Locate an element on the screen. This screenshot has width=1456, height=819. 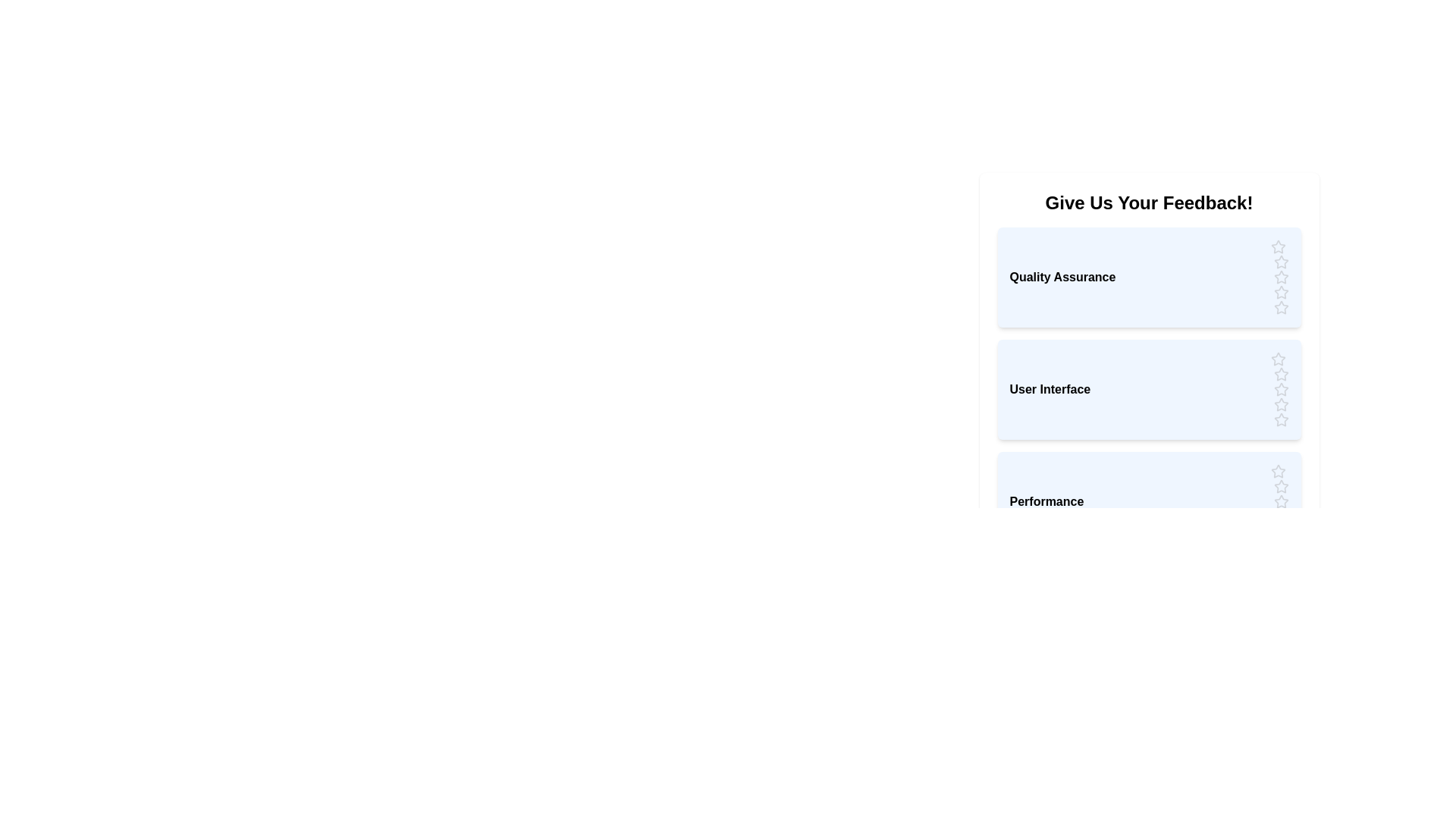
the rating for the category 'User Interface' to 1 stars is located at coordinates (1277, 359).